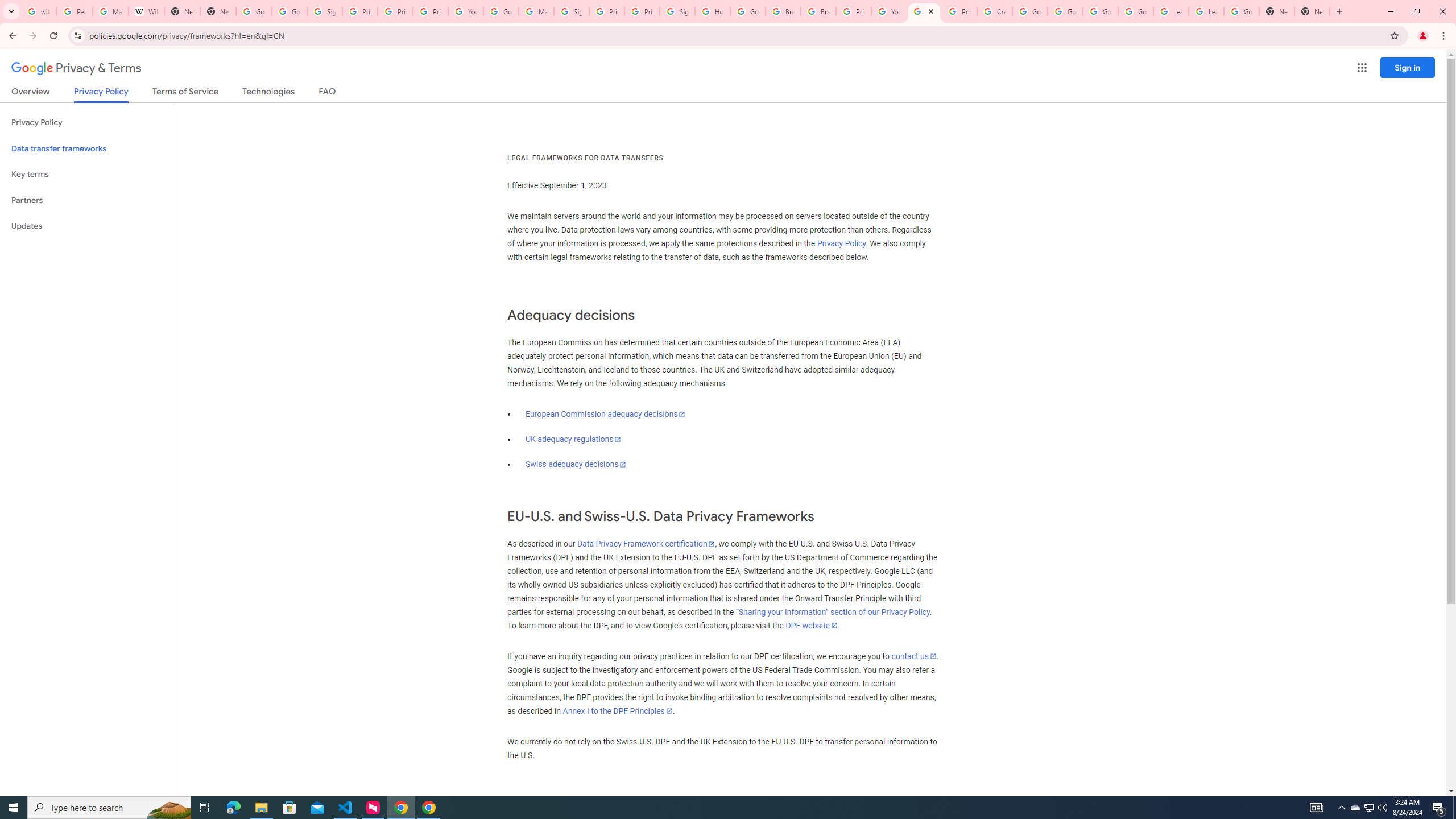  What do you see at coordinates (146, 11) in the screenshot?
I see `'Wikipedia:Edit requests - Wikipedia'` at bounding box center [146, 11].